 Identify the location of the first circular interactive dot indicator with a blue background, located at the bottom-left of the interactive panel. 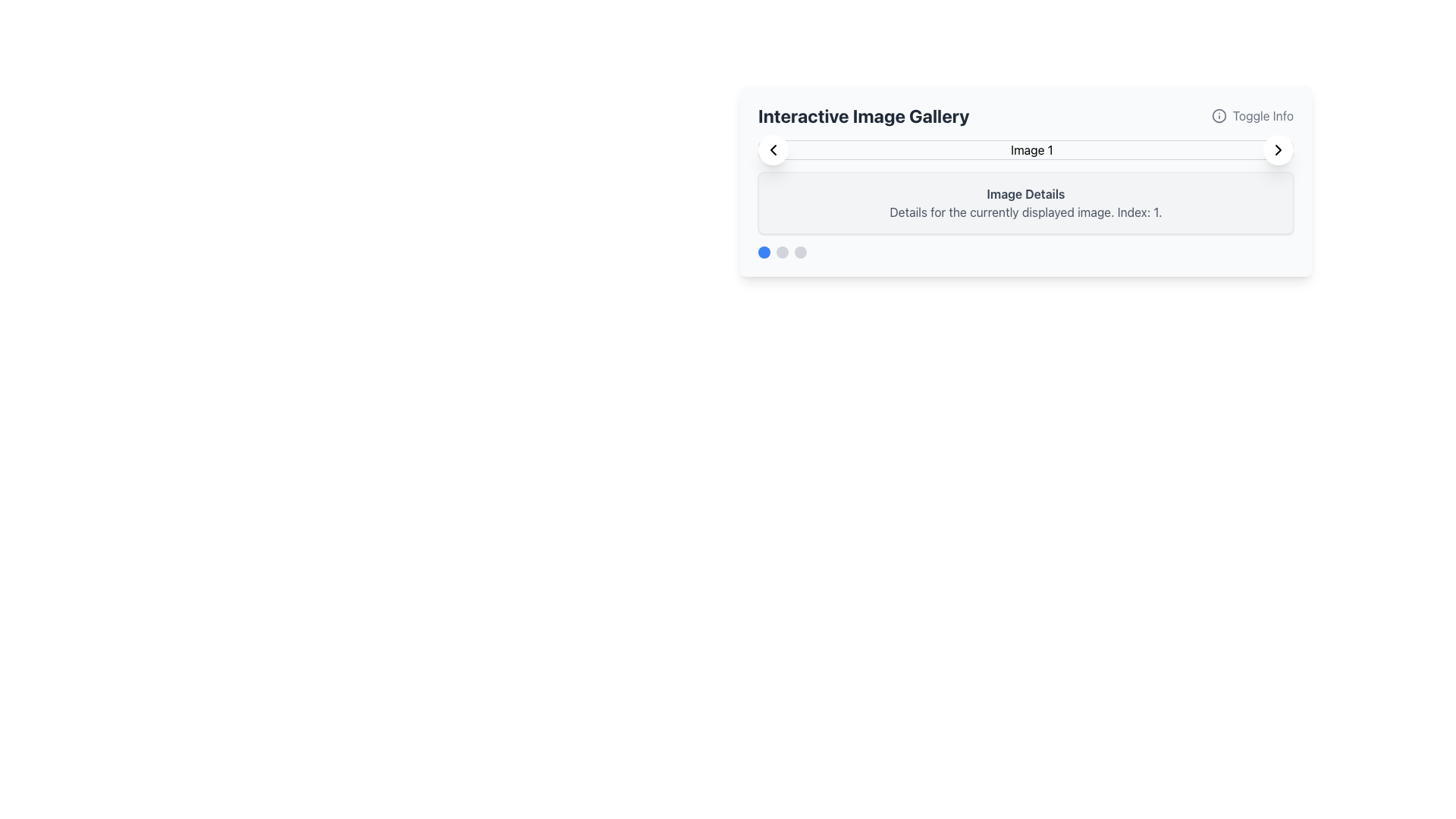
(764, 251).